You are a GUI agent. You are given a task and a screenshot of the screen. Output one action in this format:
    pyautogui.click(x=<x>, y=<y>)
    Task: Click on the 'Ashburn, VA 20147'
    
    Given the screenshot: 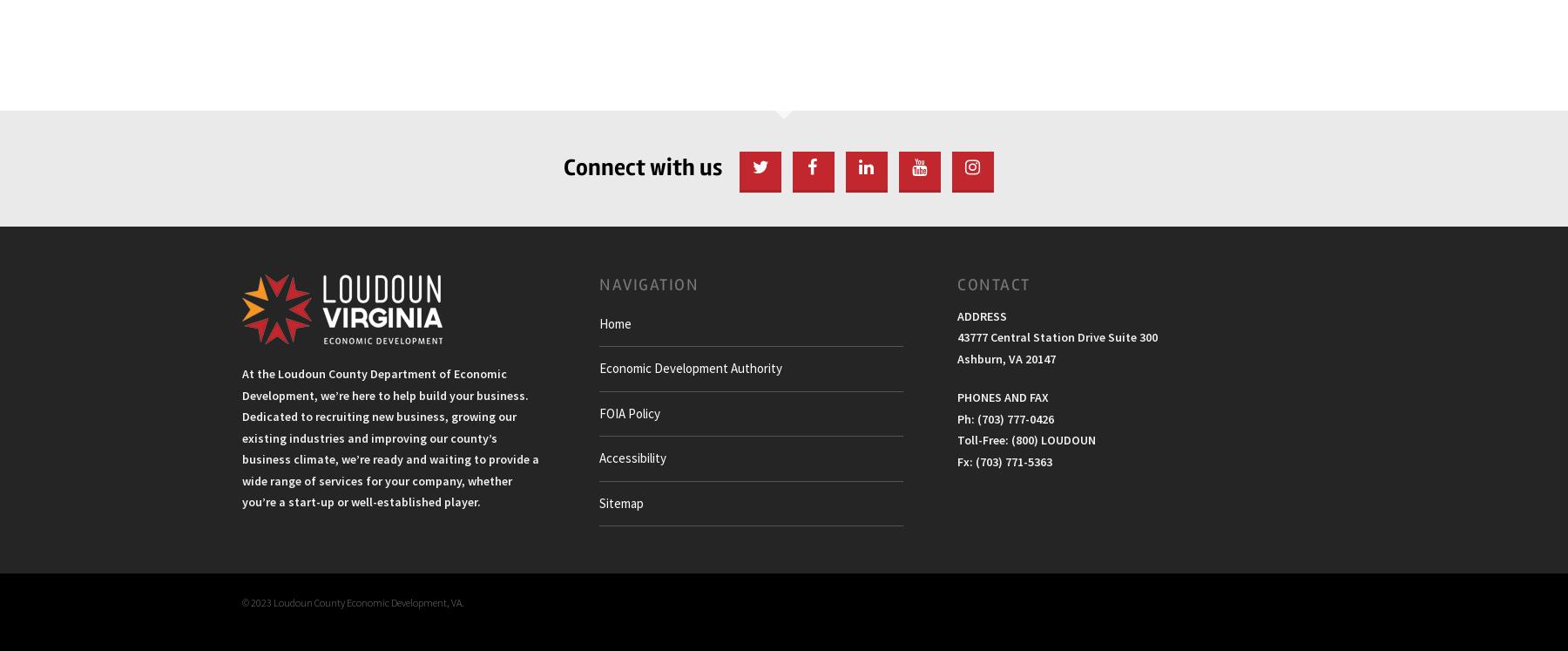 What is the action you would take?
    pyautogui.click(x=1005, y=356)
    